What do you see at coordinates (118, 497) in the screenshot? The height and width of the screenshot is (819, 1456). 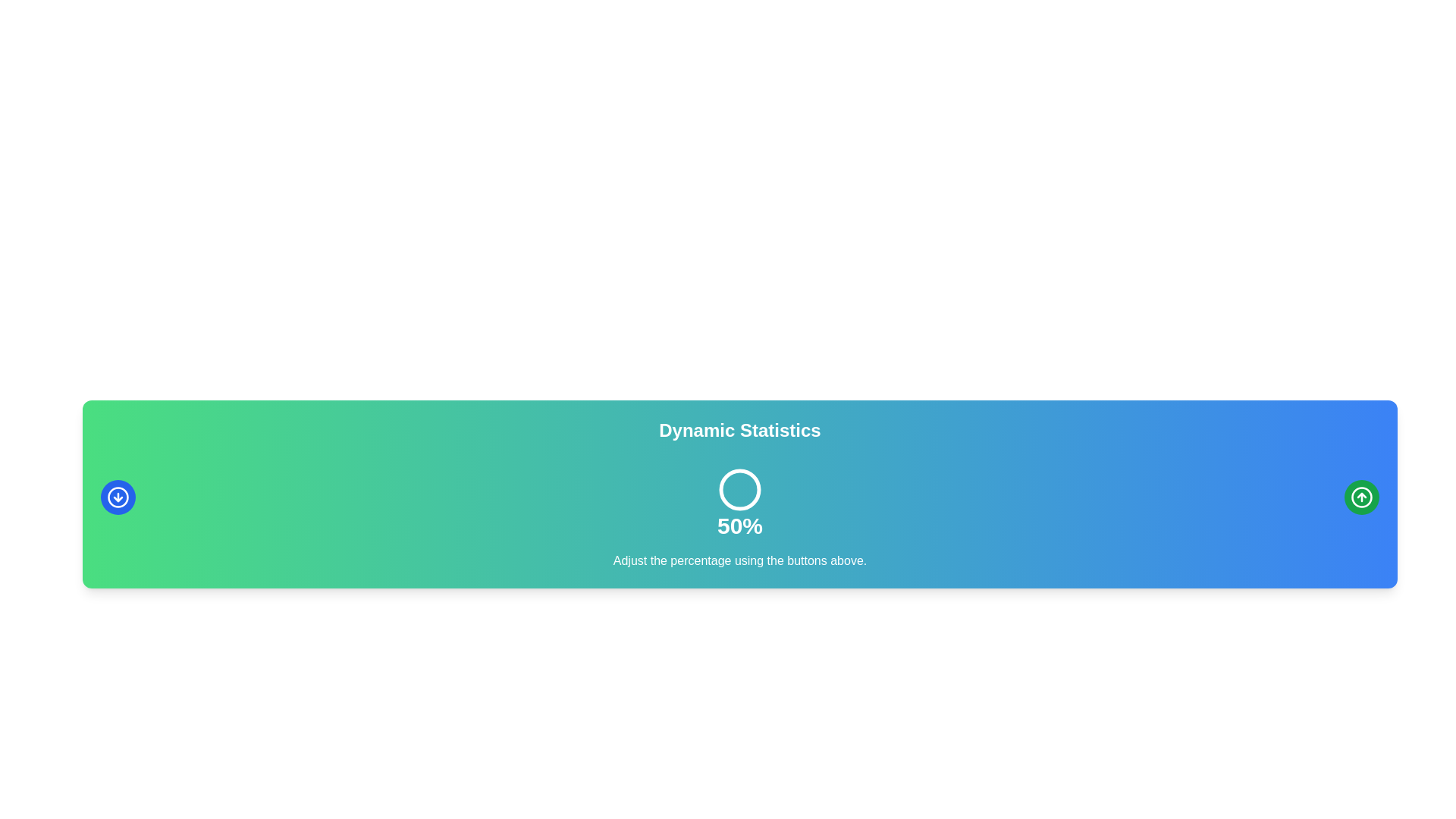 I see `the downward arrow button located at the bottom-left corner of the central interface panel` at bounding box center [118, 497].